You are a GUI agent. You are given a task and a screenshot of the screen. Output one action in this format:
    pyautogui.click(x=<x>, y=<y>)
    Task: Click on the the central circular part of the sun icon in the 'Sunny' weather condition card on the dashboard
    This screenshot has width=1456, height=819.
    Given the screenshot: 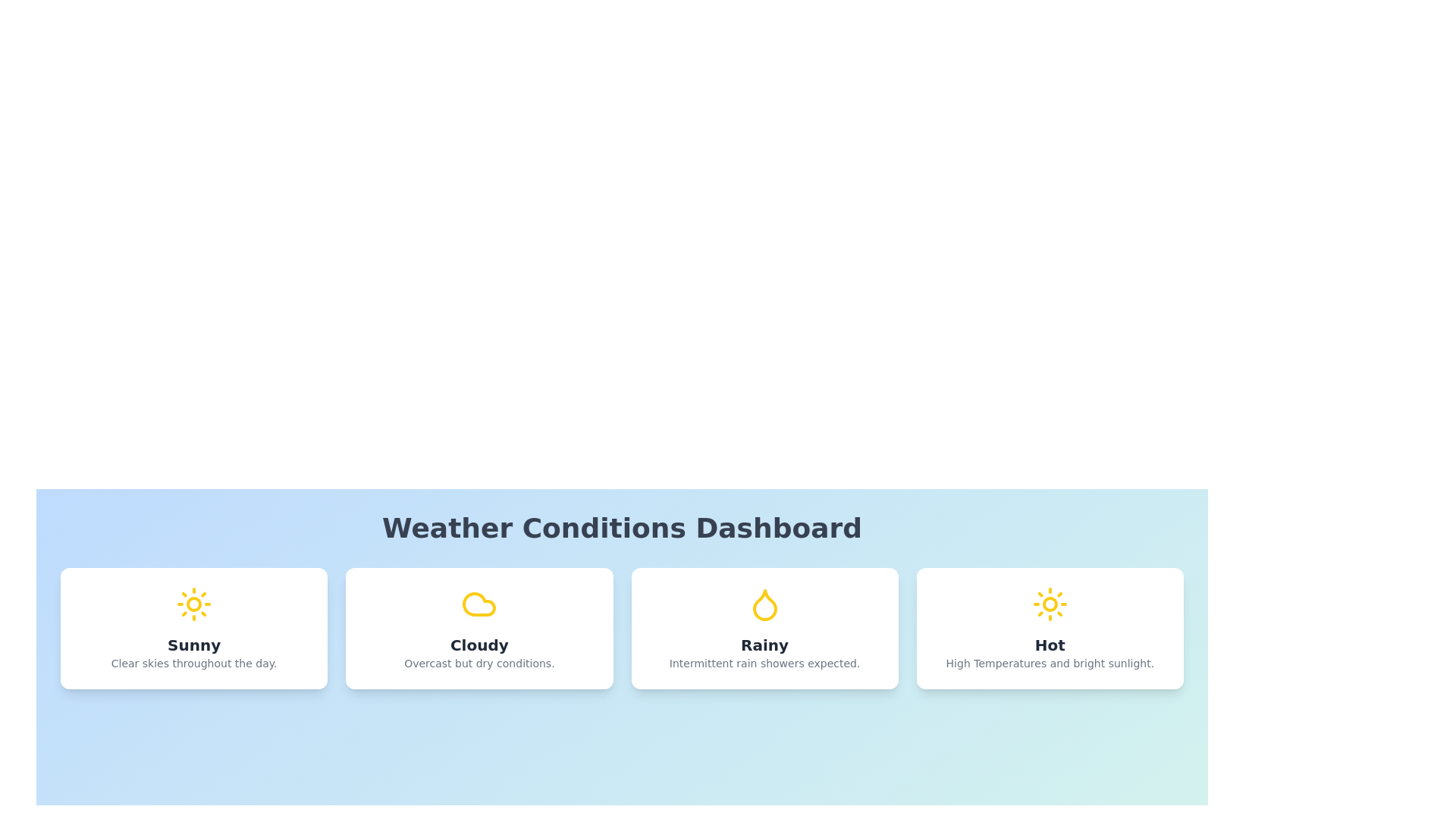 What is the action you would take?
    pyautogui.click(x=193, y=604)
    